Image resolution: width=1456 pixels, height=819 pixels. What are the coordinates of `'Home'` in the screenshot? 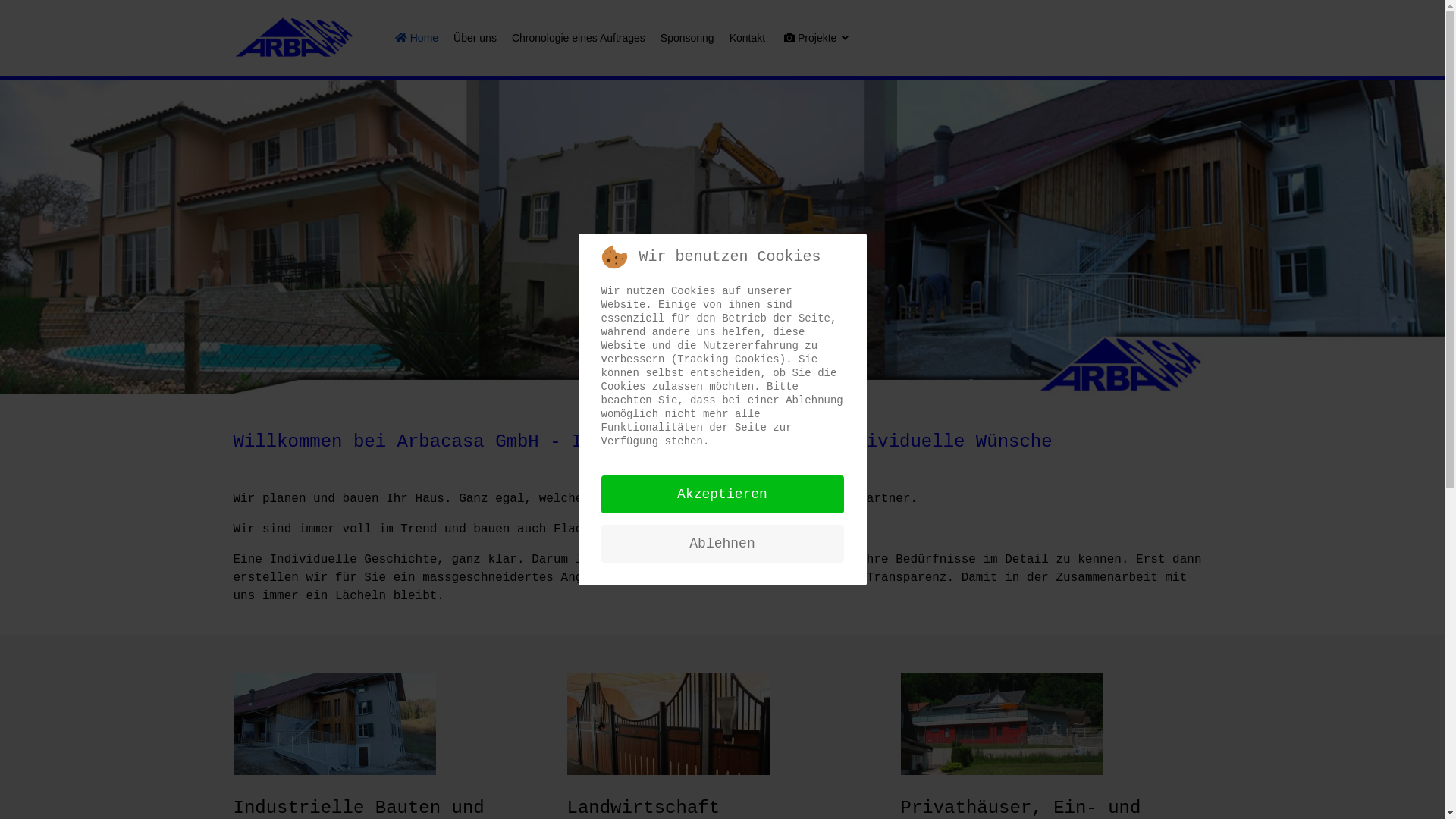 It's located at (416, 37).